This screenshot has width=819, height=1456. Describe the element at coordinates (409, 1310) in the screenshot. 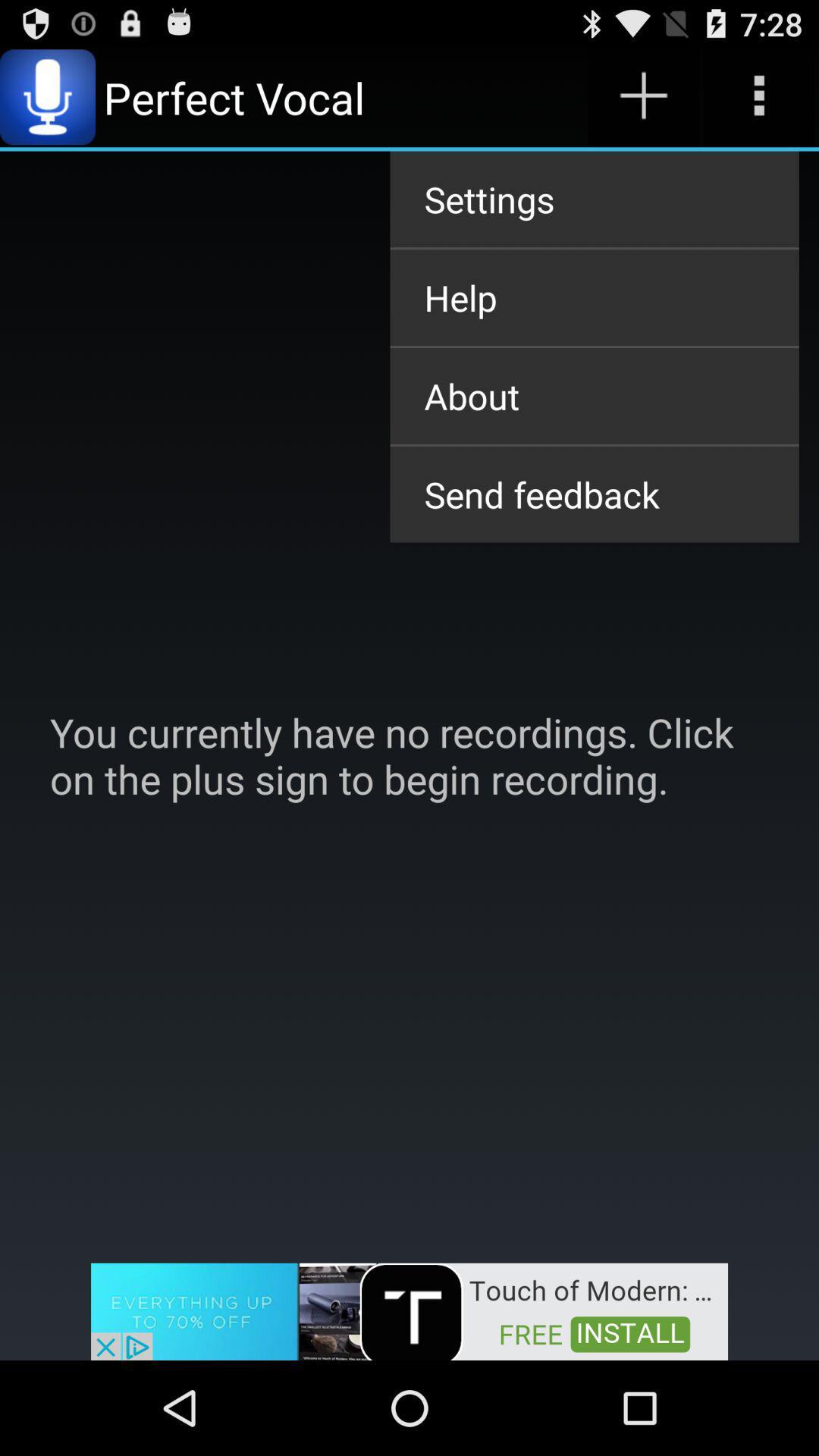

I see `the app` at that location.